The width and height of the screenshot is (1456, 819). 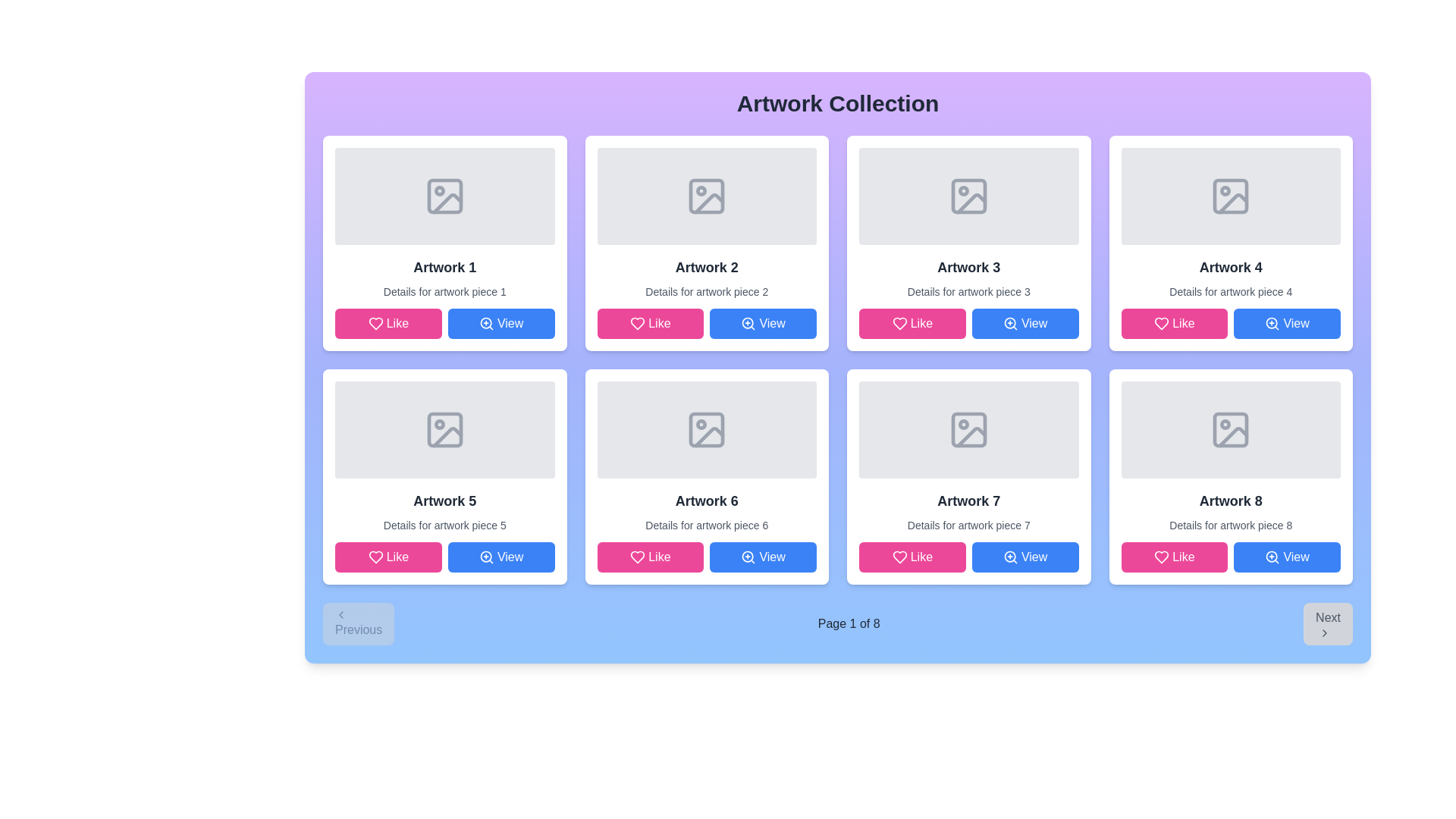 I want to click on the Heart-shaped icon within the pink 'Like' button for 'Artwork 4', so click(x=1161, y=323).